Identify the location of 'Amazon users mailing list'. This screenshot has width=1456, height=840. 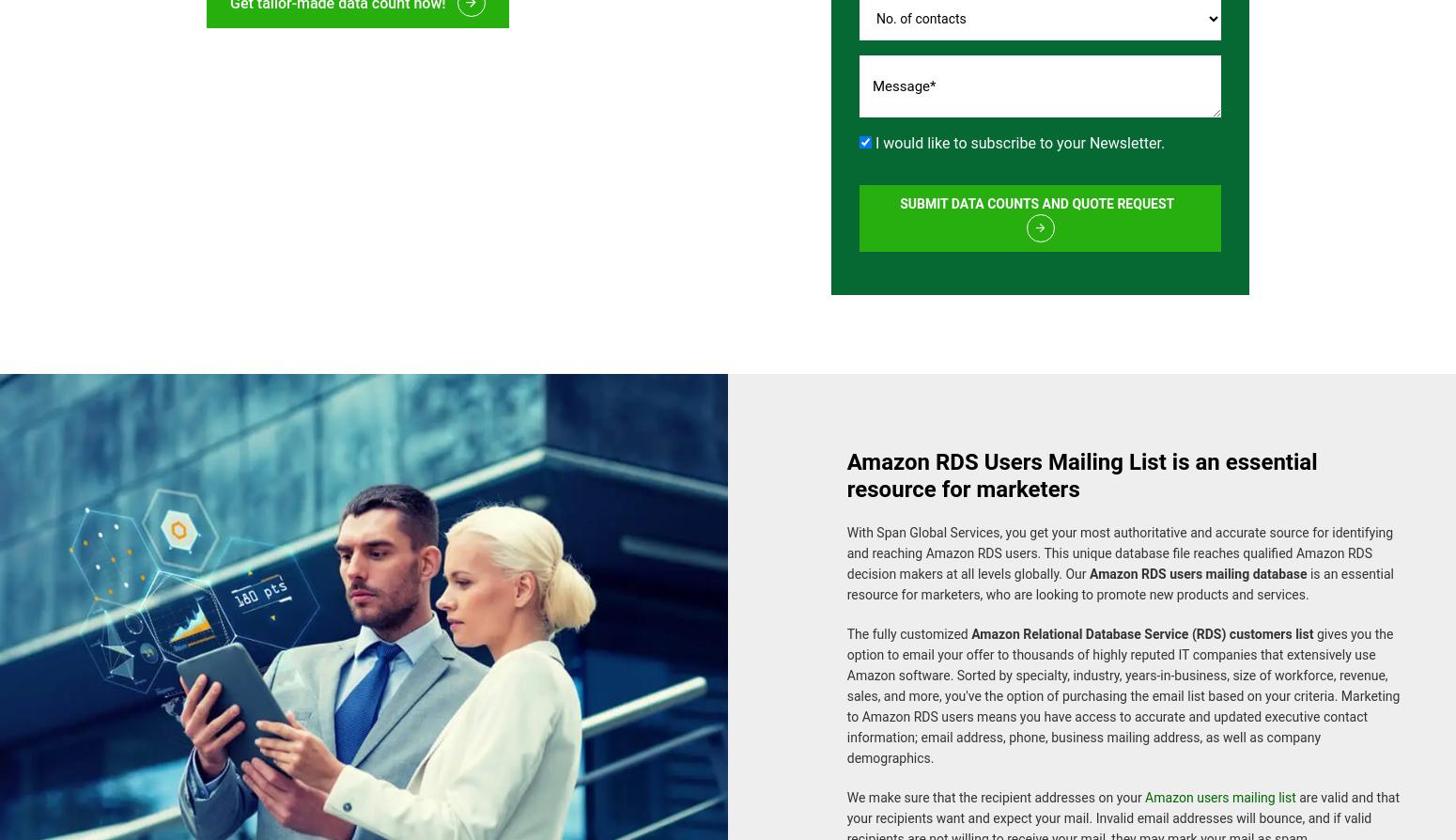
(1219, 786).